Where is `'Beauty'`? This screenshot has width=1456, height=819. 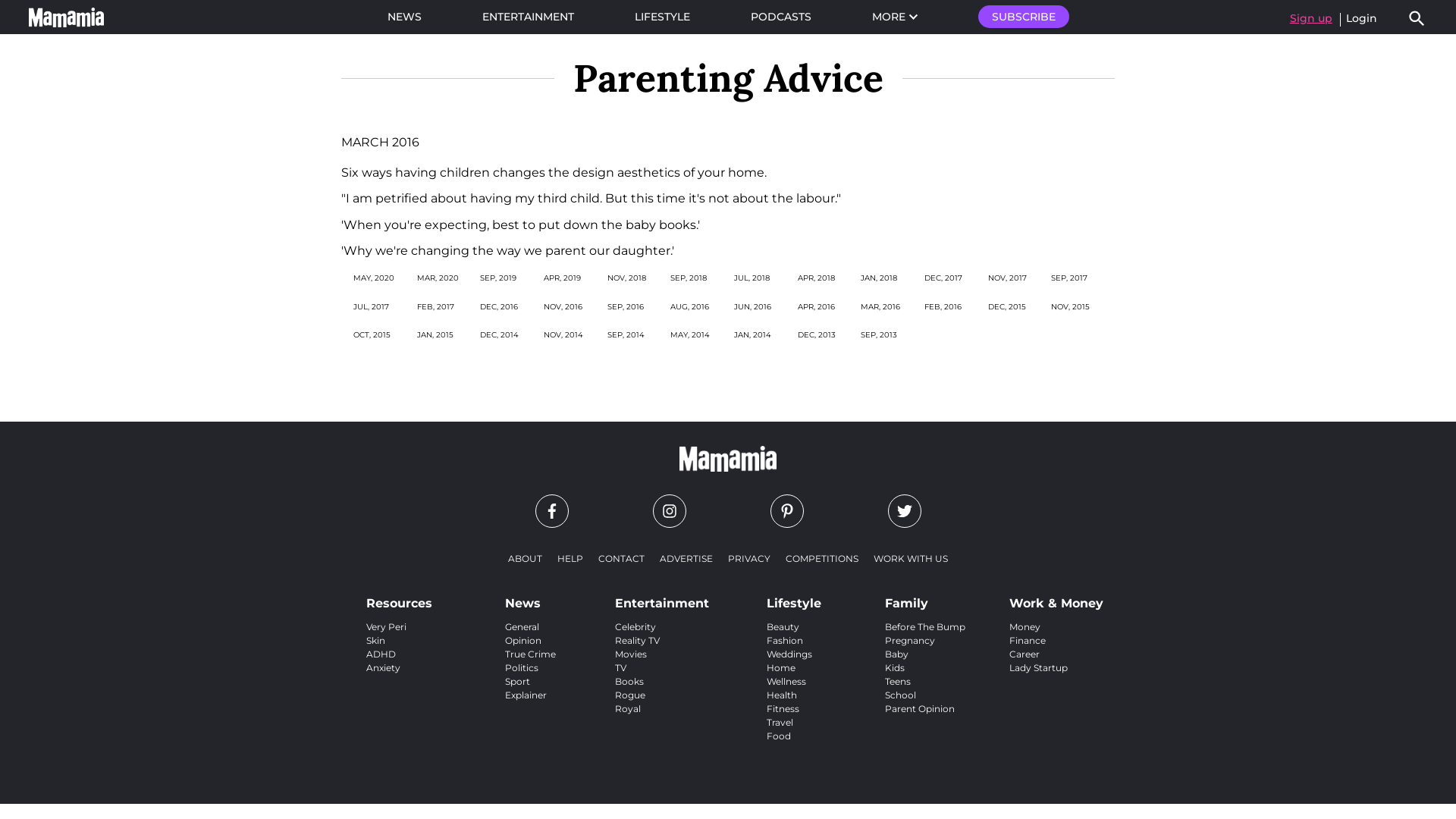 'Beauty' is located at coordinates (783, 626).